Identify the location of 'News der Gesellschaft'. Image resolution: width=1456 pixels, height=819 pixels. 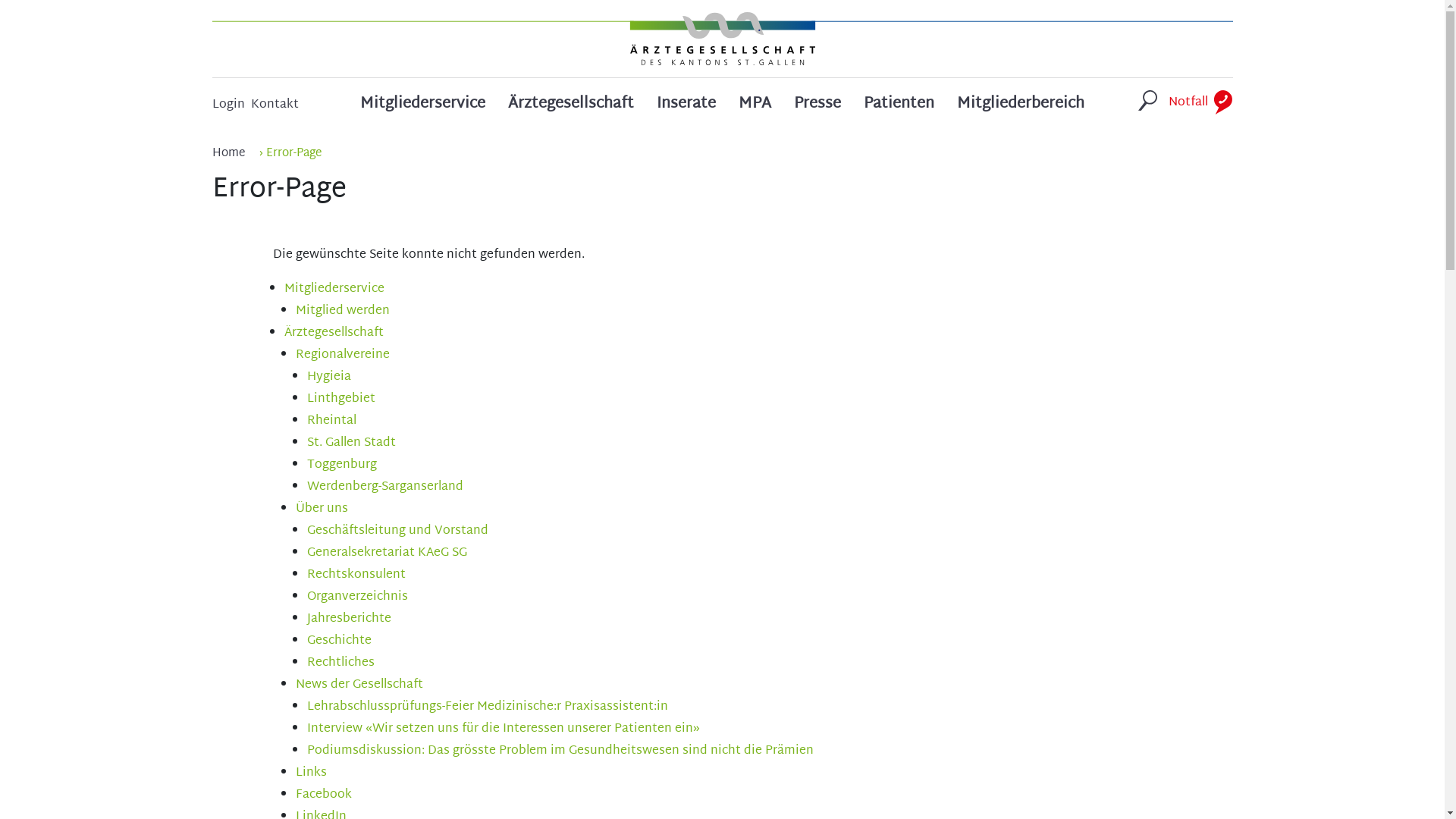
(359, 685).